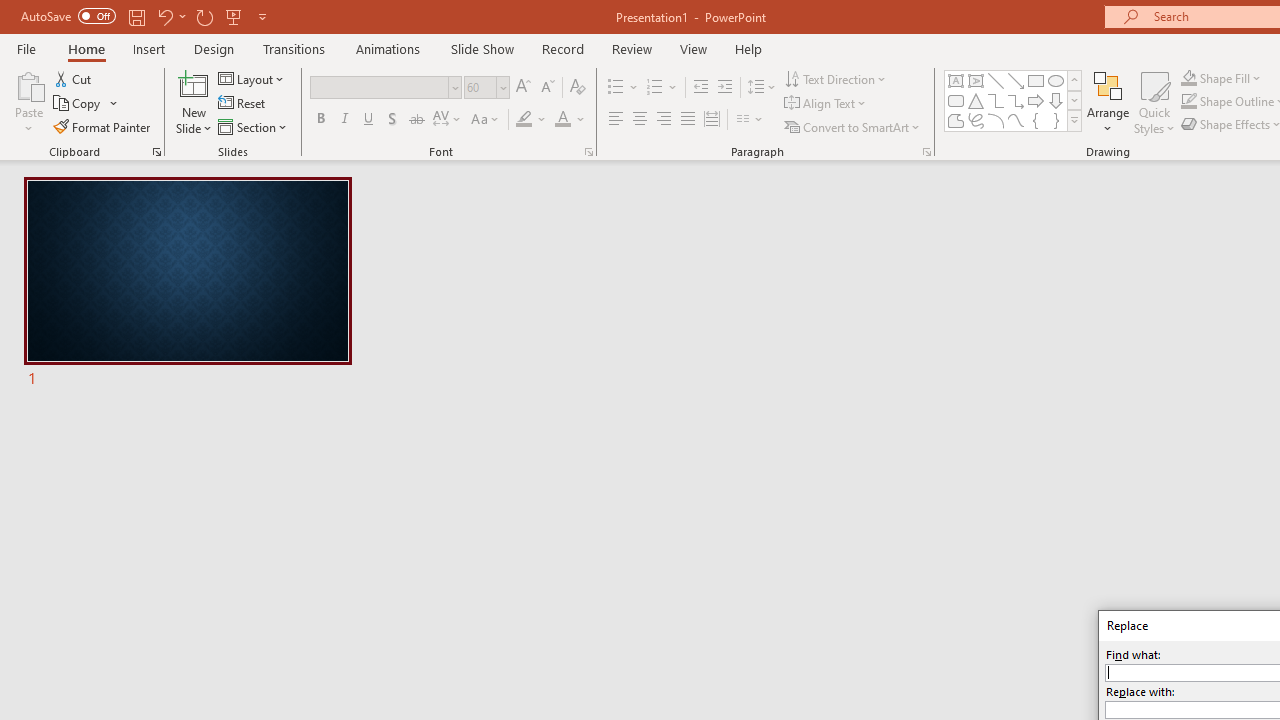  I want to click on 'Underline', so click(369, 119).